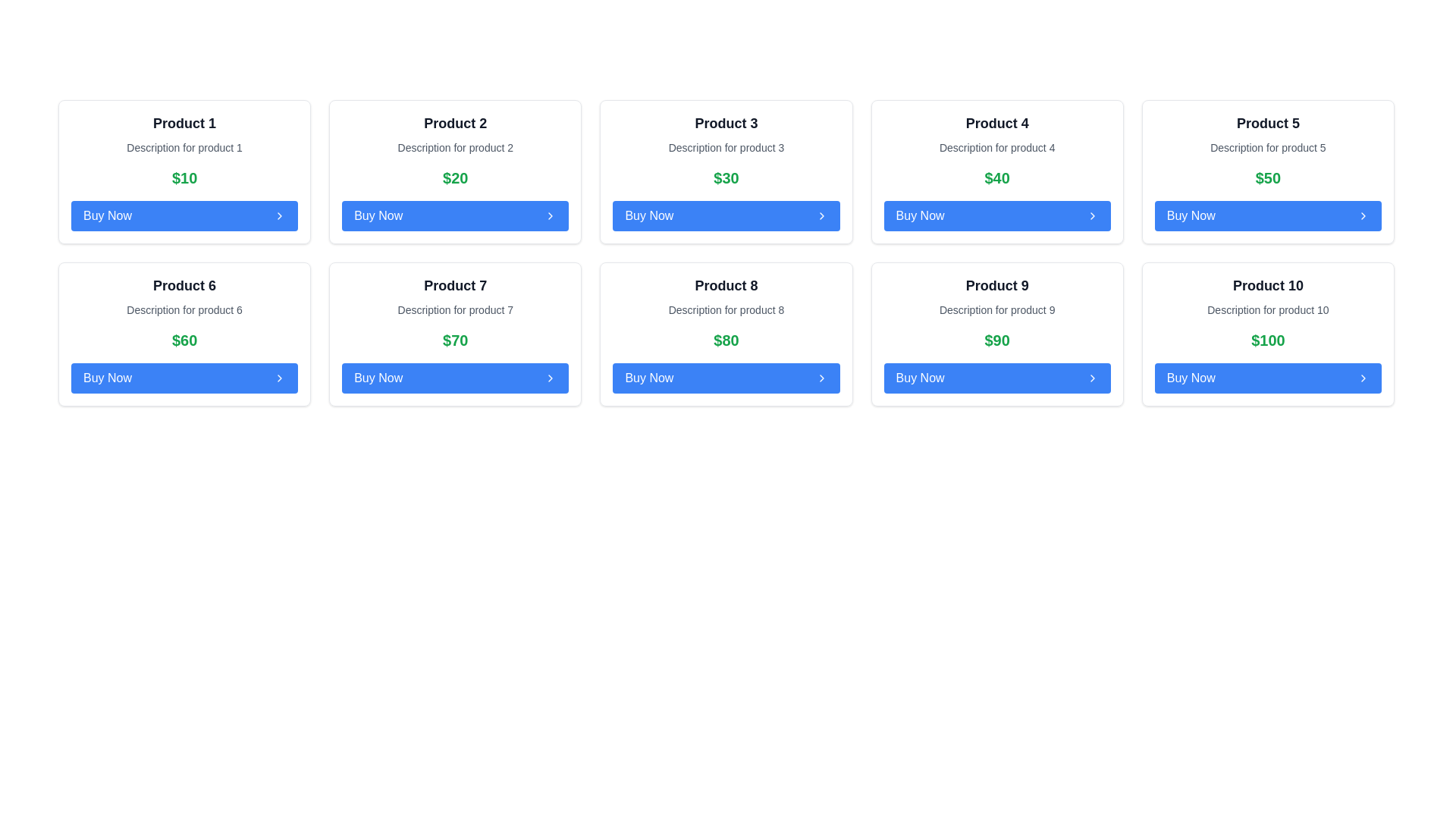 This screenshot has width=1456, height=819. What do you see at coordinates (184, 309) in the screenshot?
I see `the text label that reads 'Description for product 6', which is located beneath the 'Product 6' heading in the grid layout` at bounding box center [184, 309].